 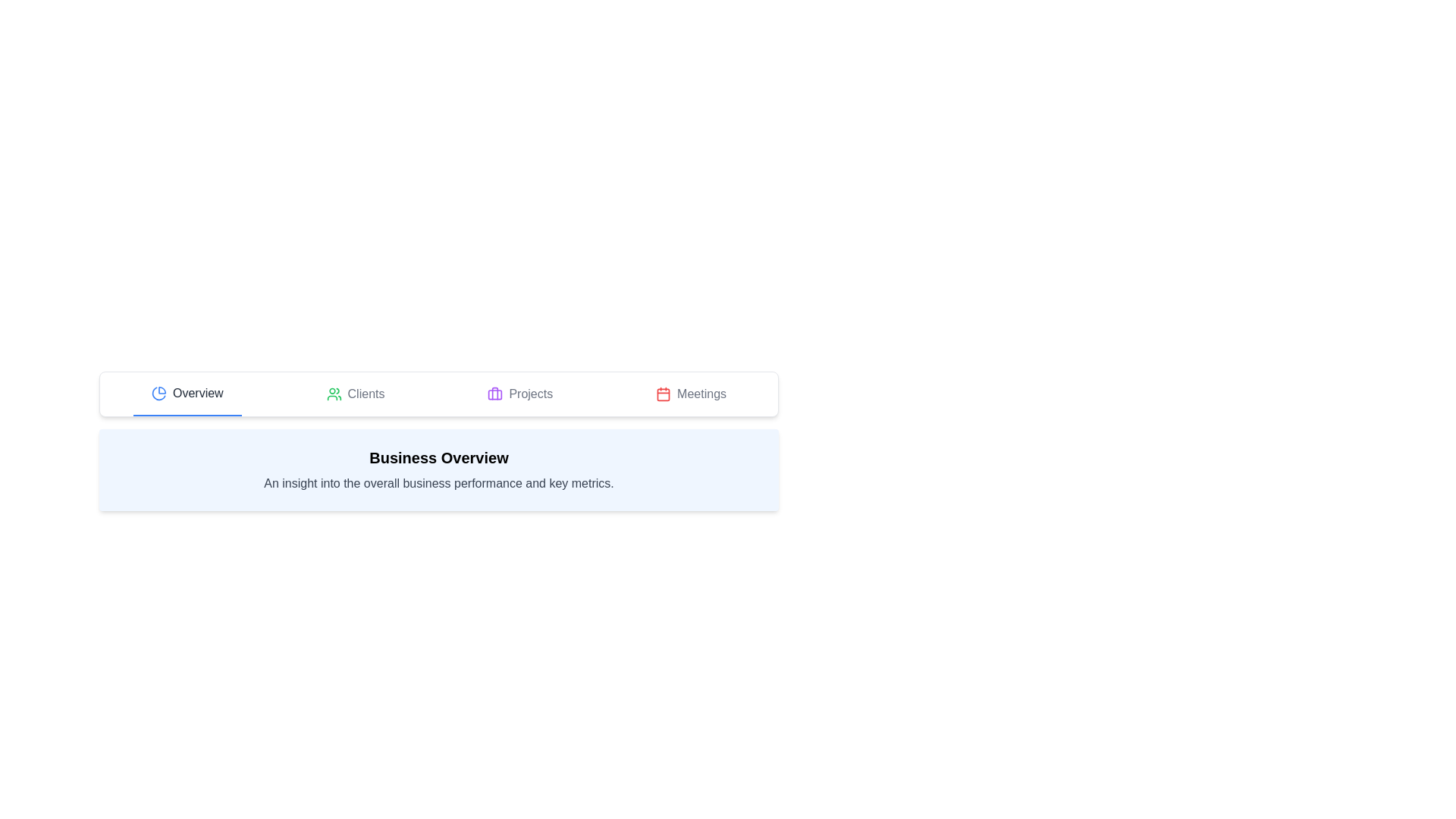 What do you see at coordinates (438, 469) in the screenshot?
I see `the informational text box with a light blue background titled 'Business Overview', which contains key business performance metrics, located beneath the tabbed navigation area` at bounding box center [438, 469].